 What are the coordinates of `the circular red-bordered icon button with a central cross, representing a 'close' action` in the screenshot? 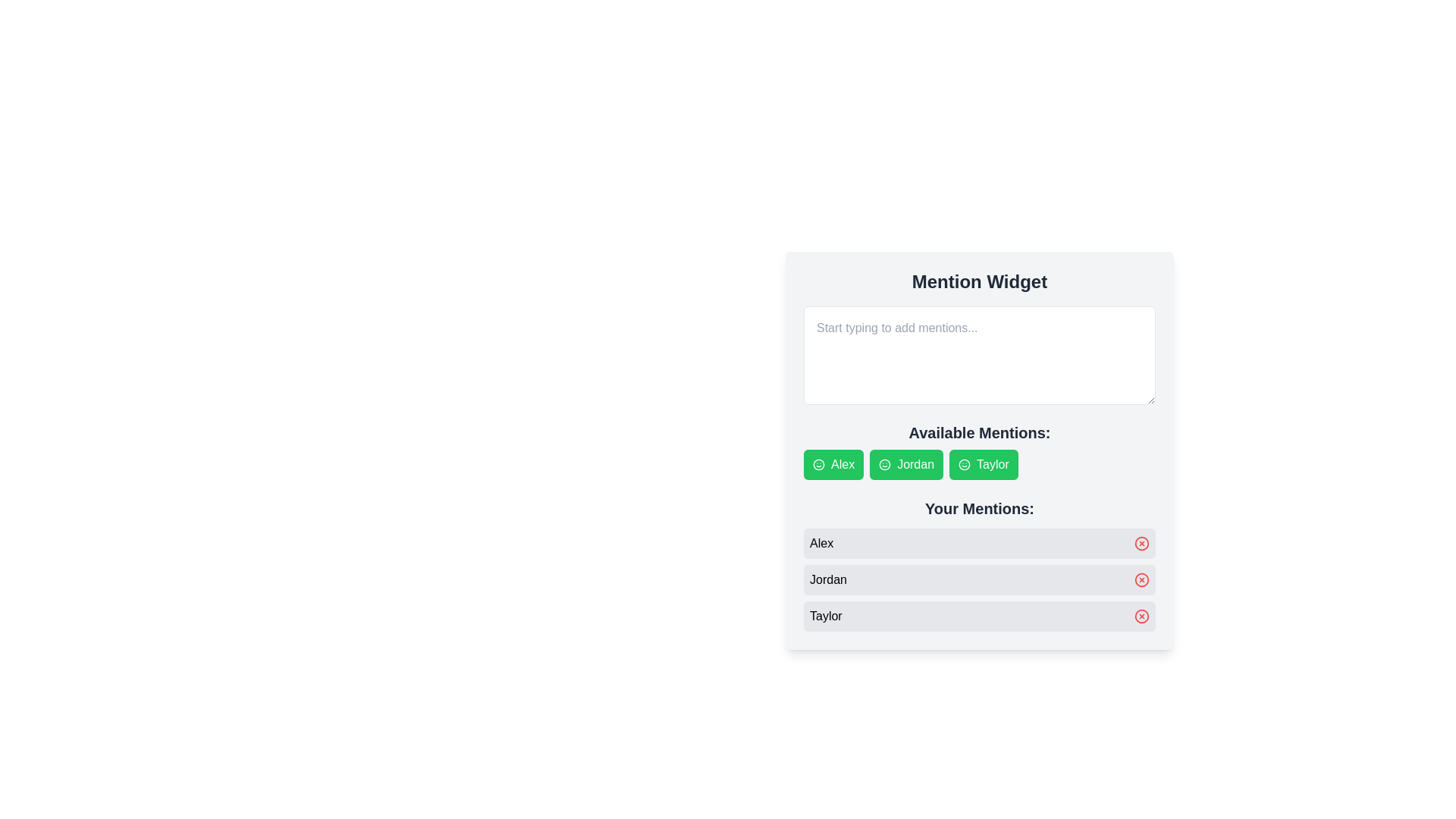 It's located at (1142, 543).